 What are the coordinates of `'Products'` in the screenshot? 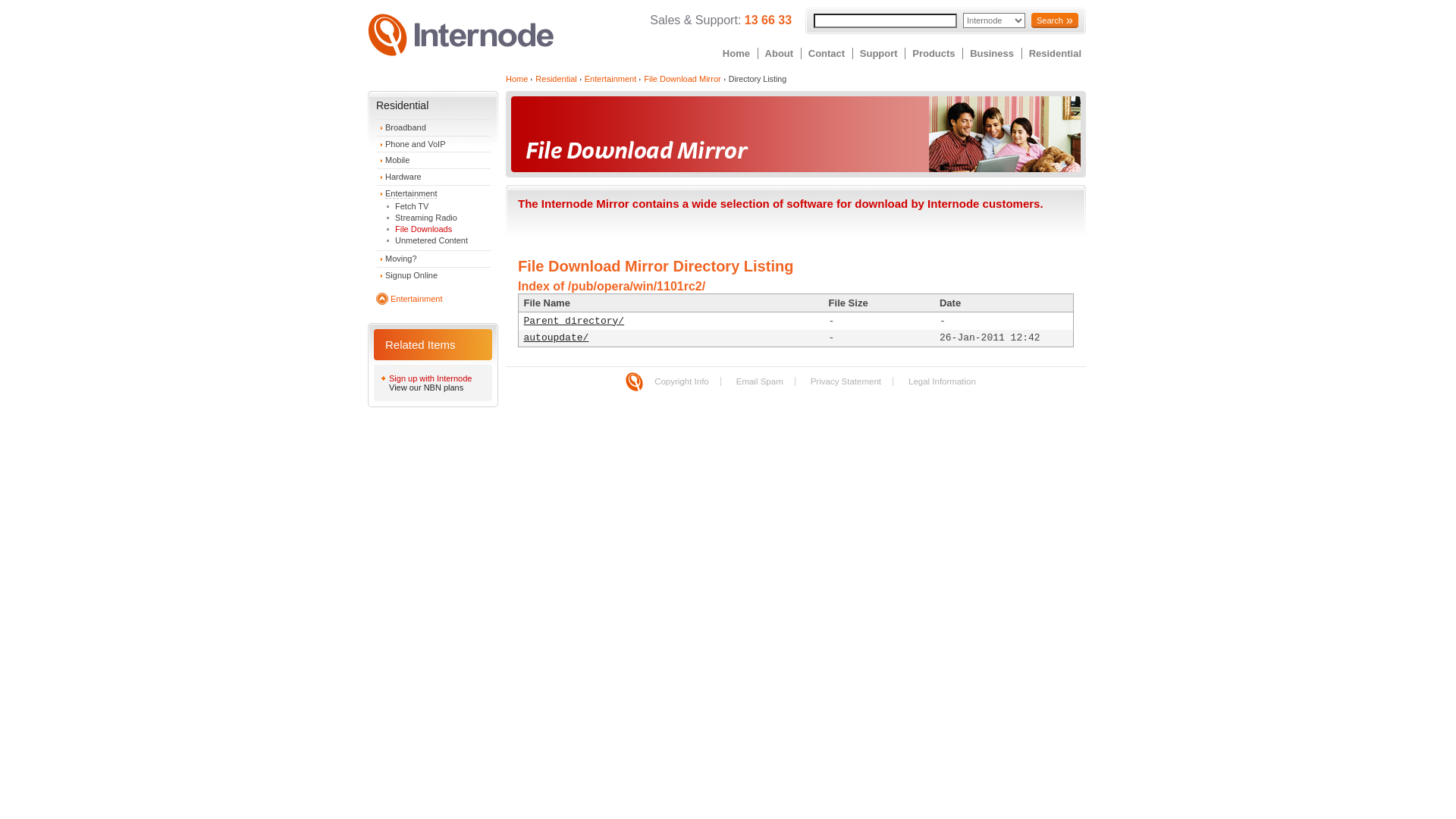 It's located at (932, 52).